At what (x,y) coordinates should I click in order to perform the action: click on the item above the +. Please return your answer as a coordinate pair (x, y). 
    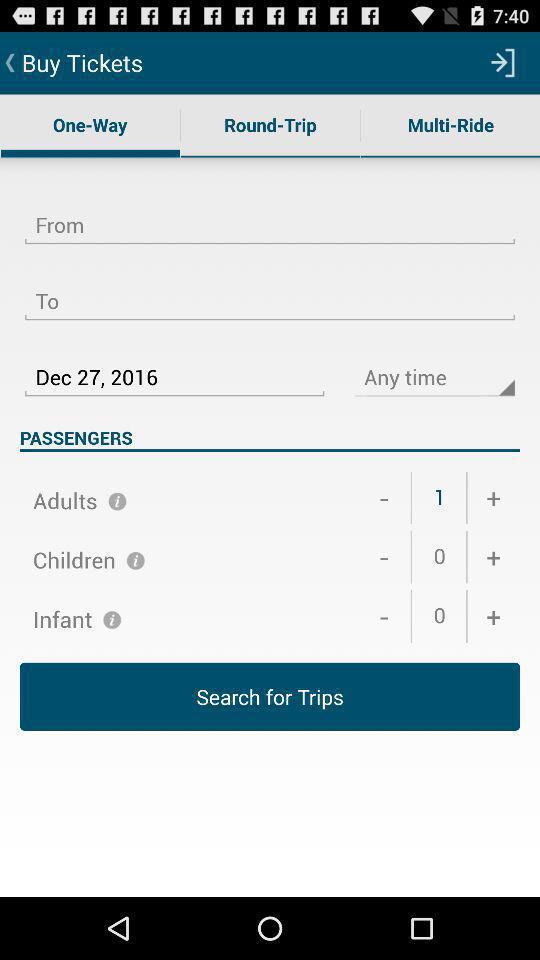
    Looking at the image, I should click on (492, 557).